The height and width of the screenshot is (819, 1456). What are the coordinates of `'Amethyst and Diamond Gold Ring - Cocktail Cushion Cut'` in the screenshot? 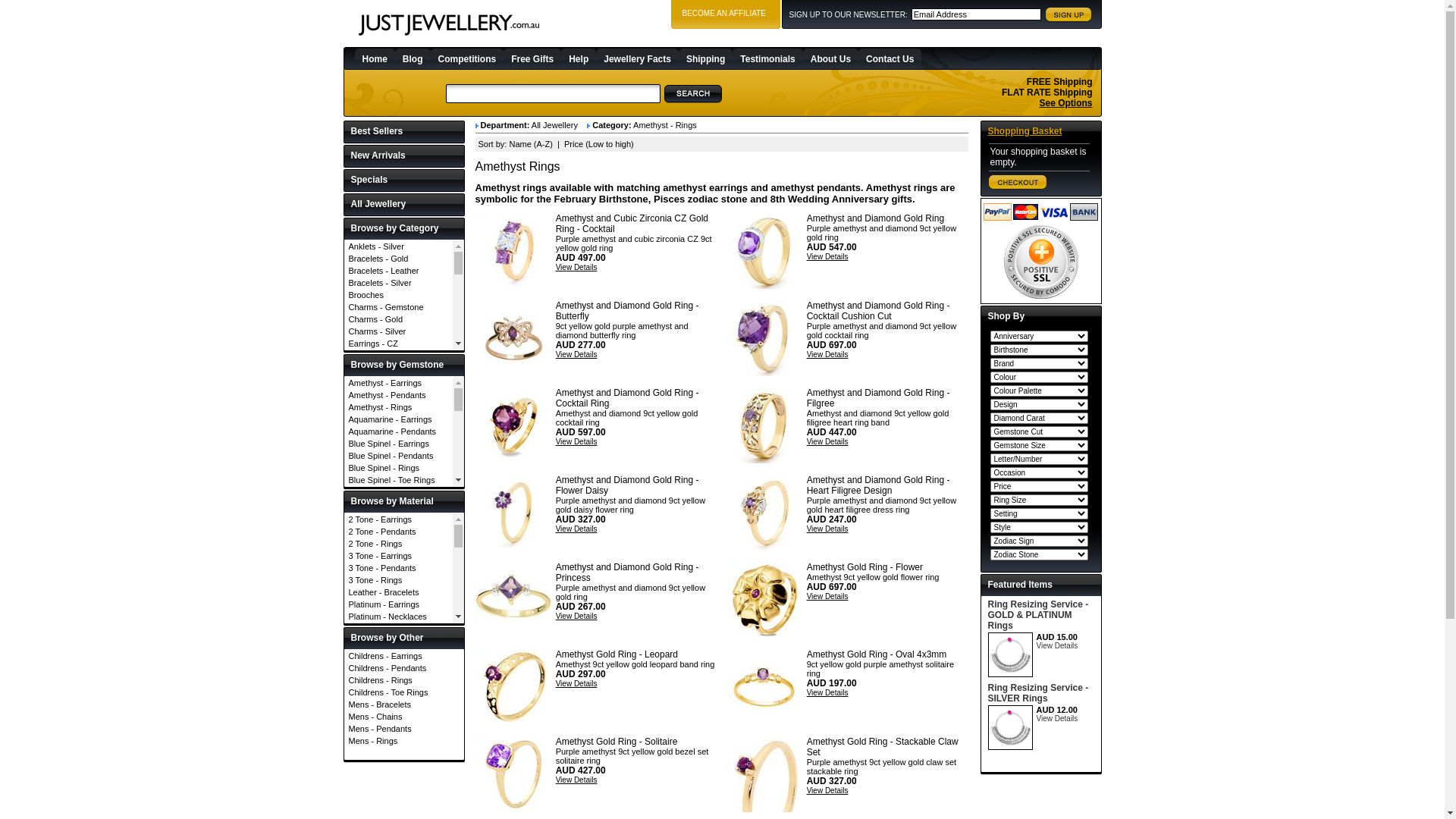 It's located at (878, 309).